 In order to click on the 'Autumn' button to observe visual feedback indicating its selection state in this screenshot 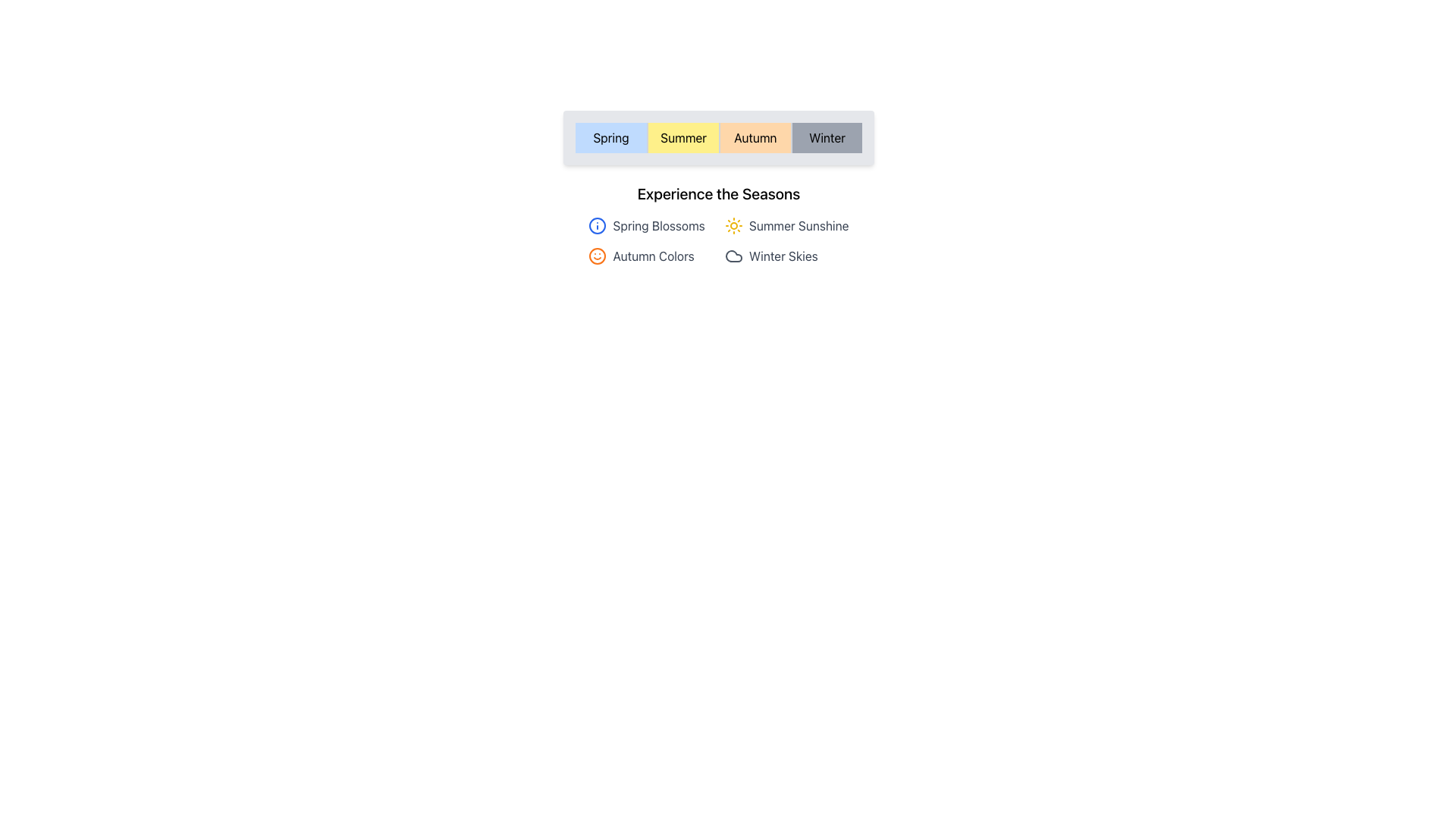, I will do `click(755, 137)`.